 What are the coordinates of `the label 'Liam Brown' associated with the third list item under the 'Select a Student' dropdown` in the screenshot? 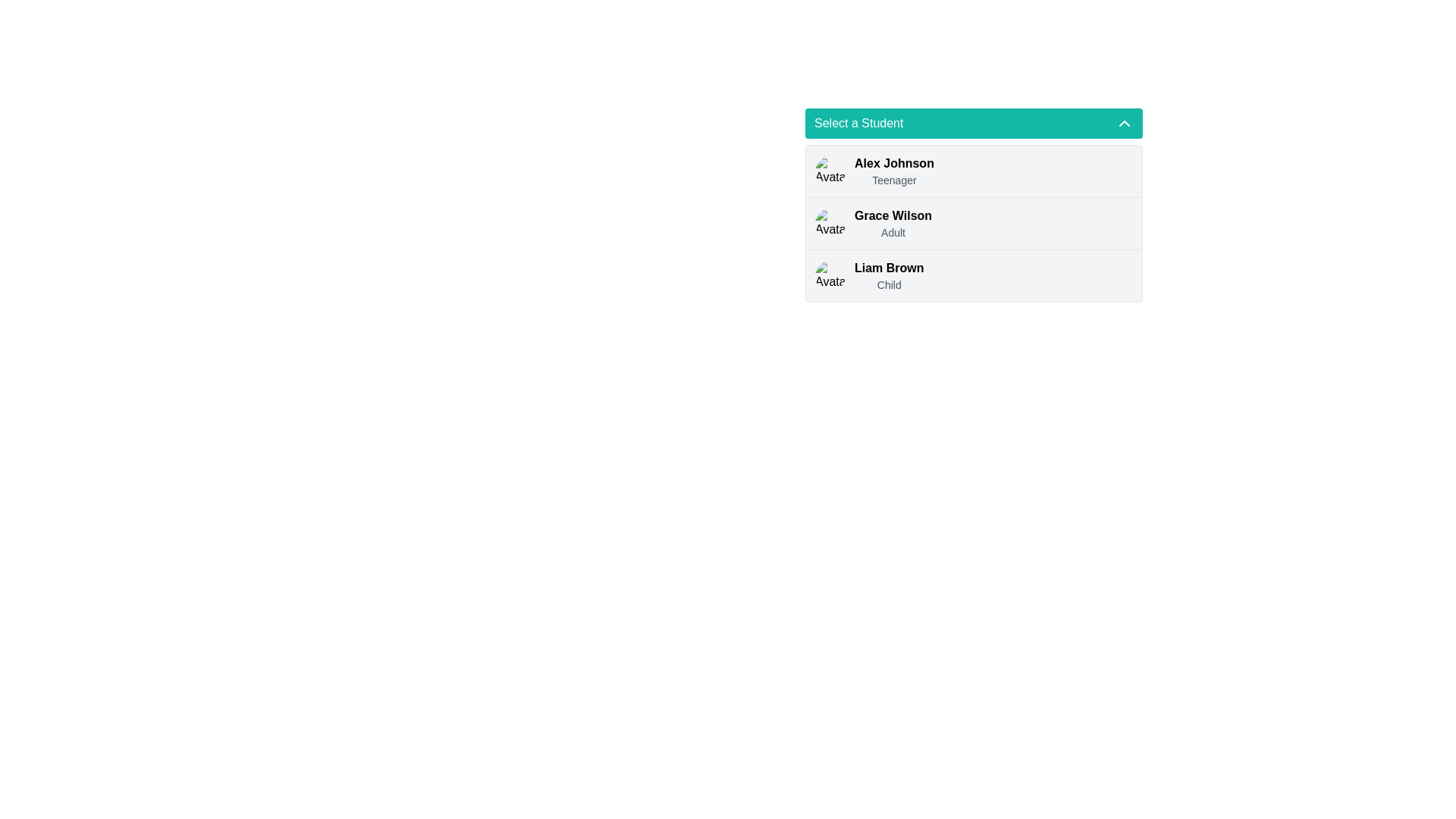 It's located at (889, 275).